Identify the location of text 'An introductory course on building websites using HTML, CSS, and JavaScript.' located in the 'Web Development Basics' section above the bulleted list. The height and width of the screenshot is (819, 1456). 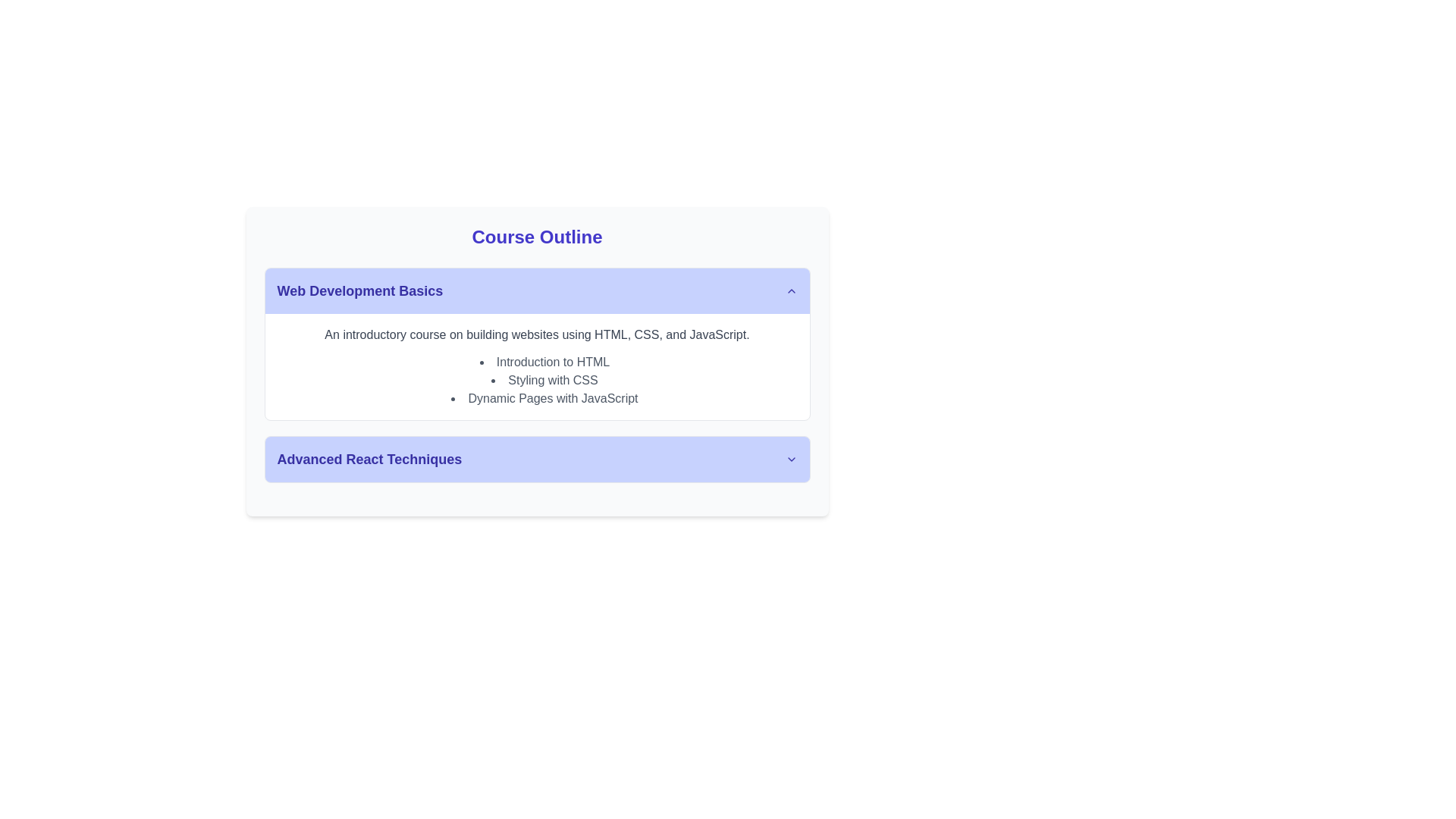
(537, 334).